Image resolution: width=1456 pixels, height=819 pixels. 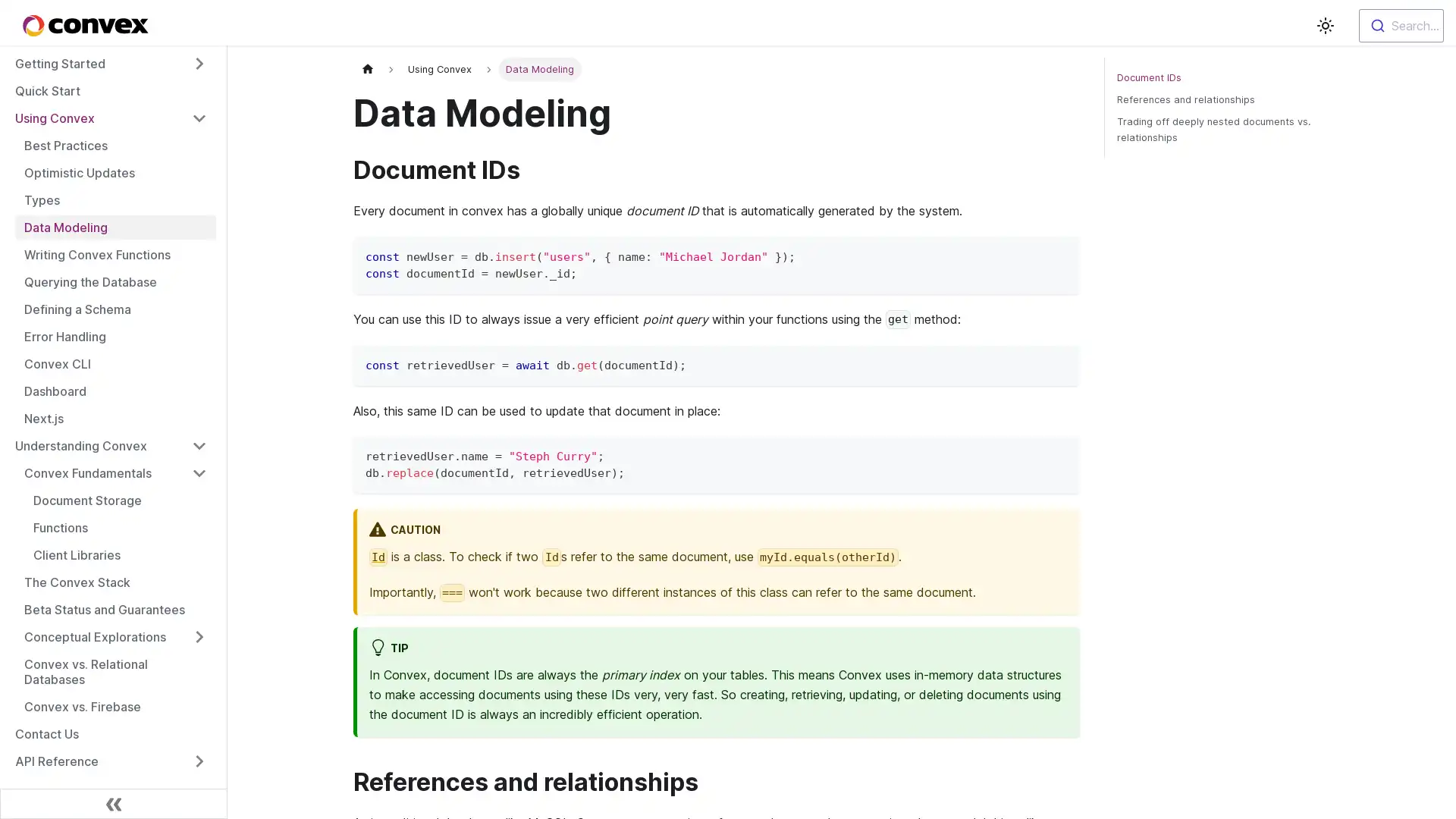 I want to click on Toggle the collapsible sidebar category 'Using Convex', so click(x=199, y=117).